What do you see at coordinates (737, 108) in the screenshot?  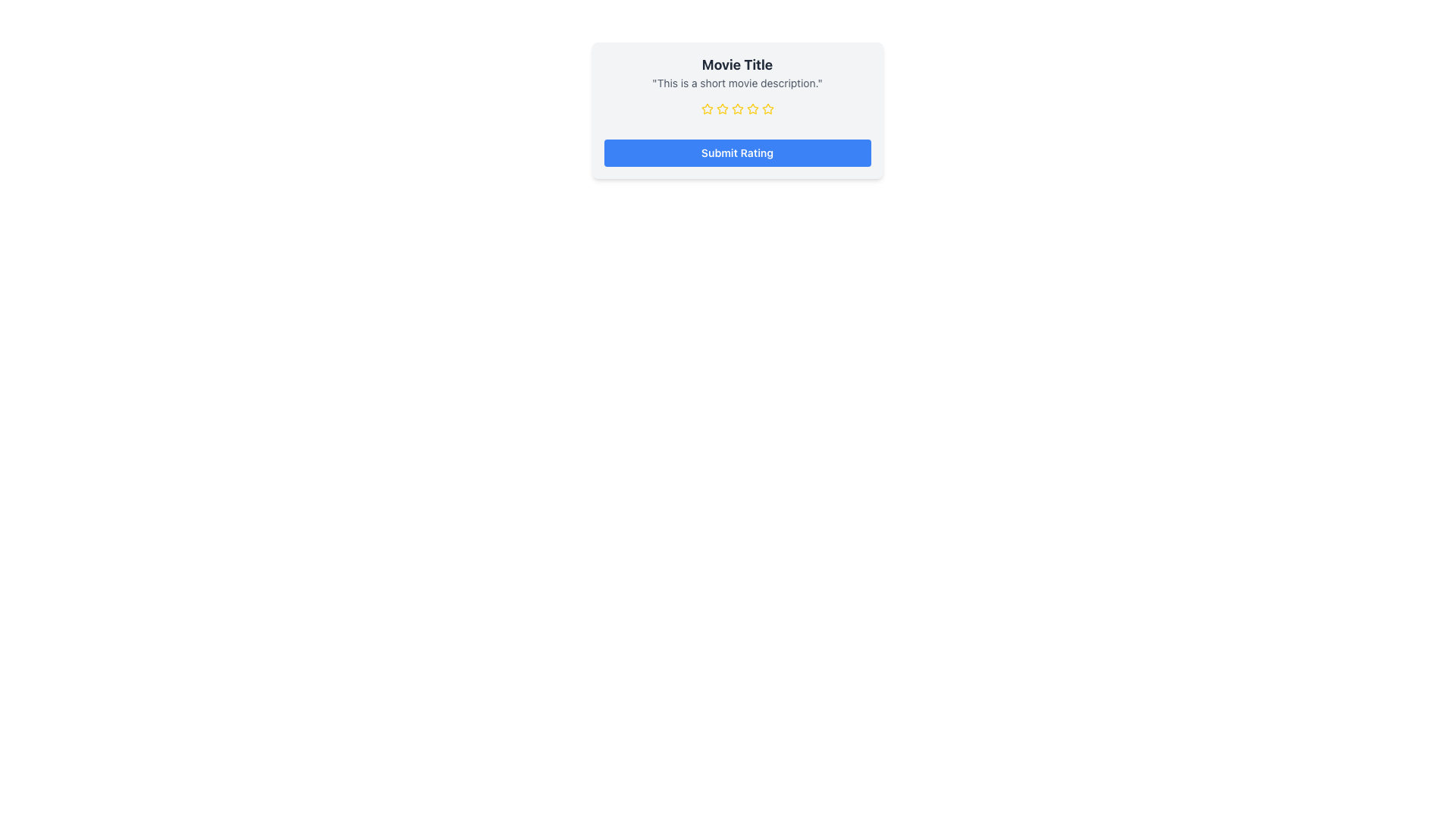 I see `the second star in the 5-star rating layout` at bounding box center [737, 108].